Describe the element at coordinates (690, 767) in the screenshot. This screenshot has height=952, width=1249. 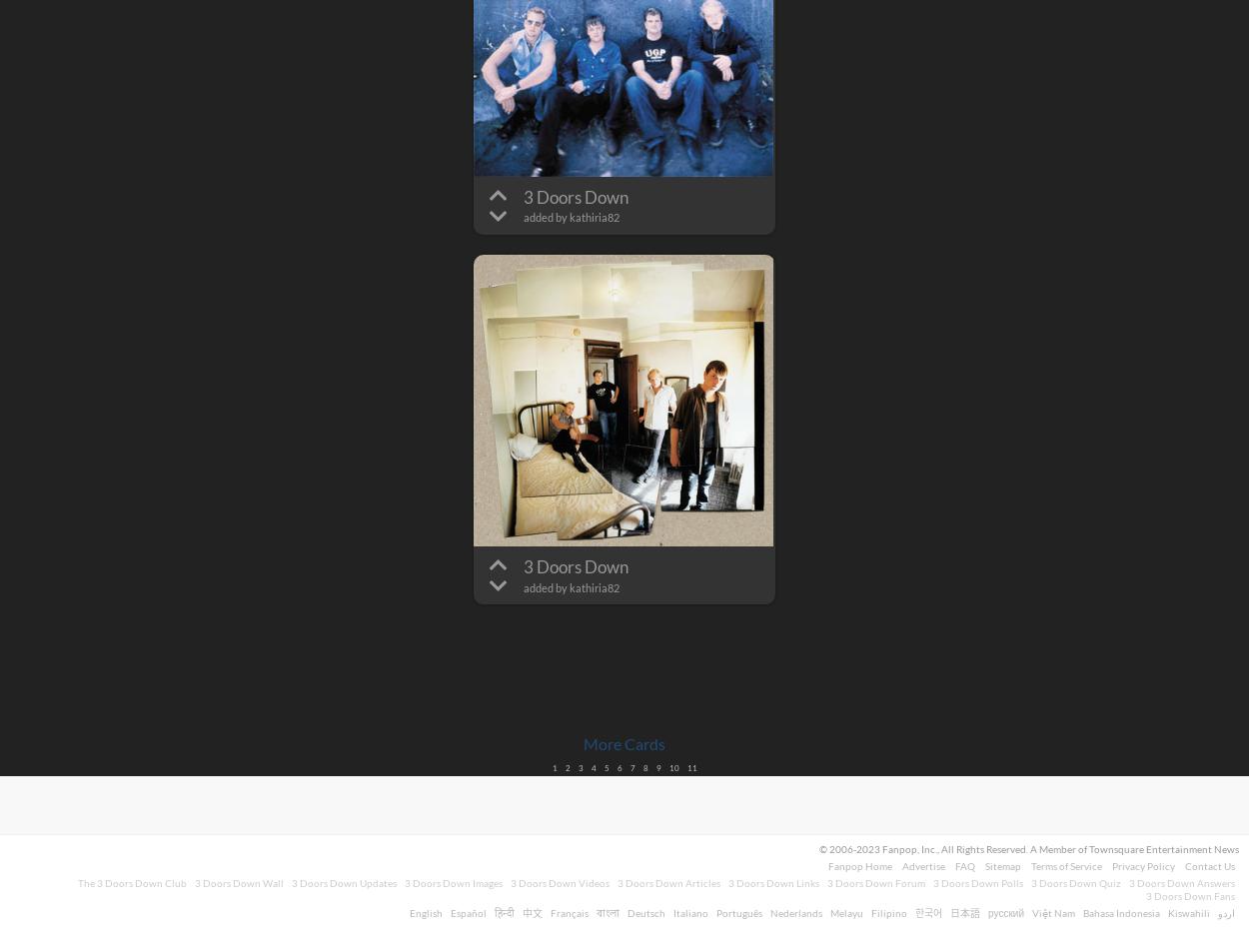
I see `'11'` at that location.